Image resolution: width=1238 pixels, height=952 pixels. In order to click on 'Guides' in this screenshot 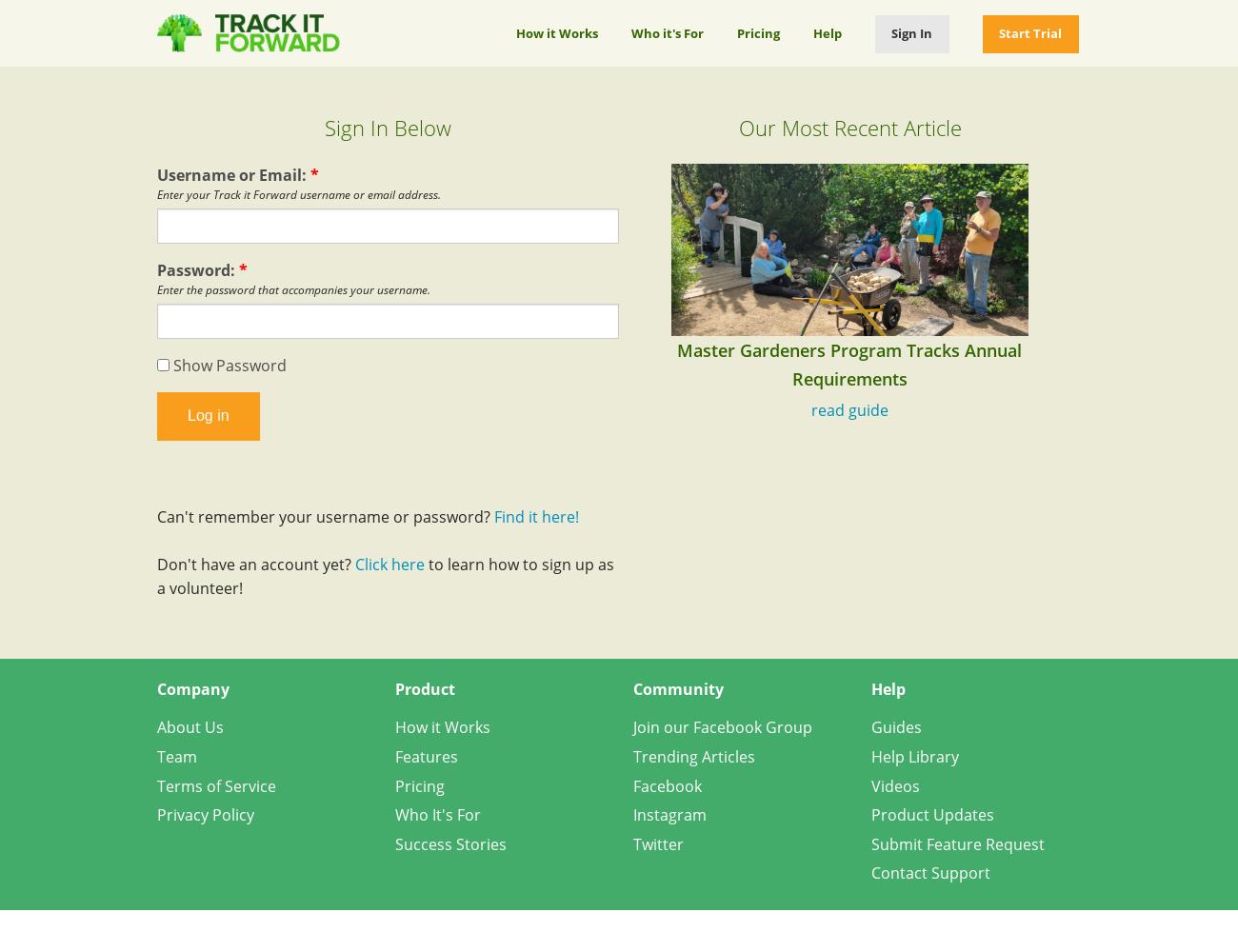, I will do `click(896, 727)`.